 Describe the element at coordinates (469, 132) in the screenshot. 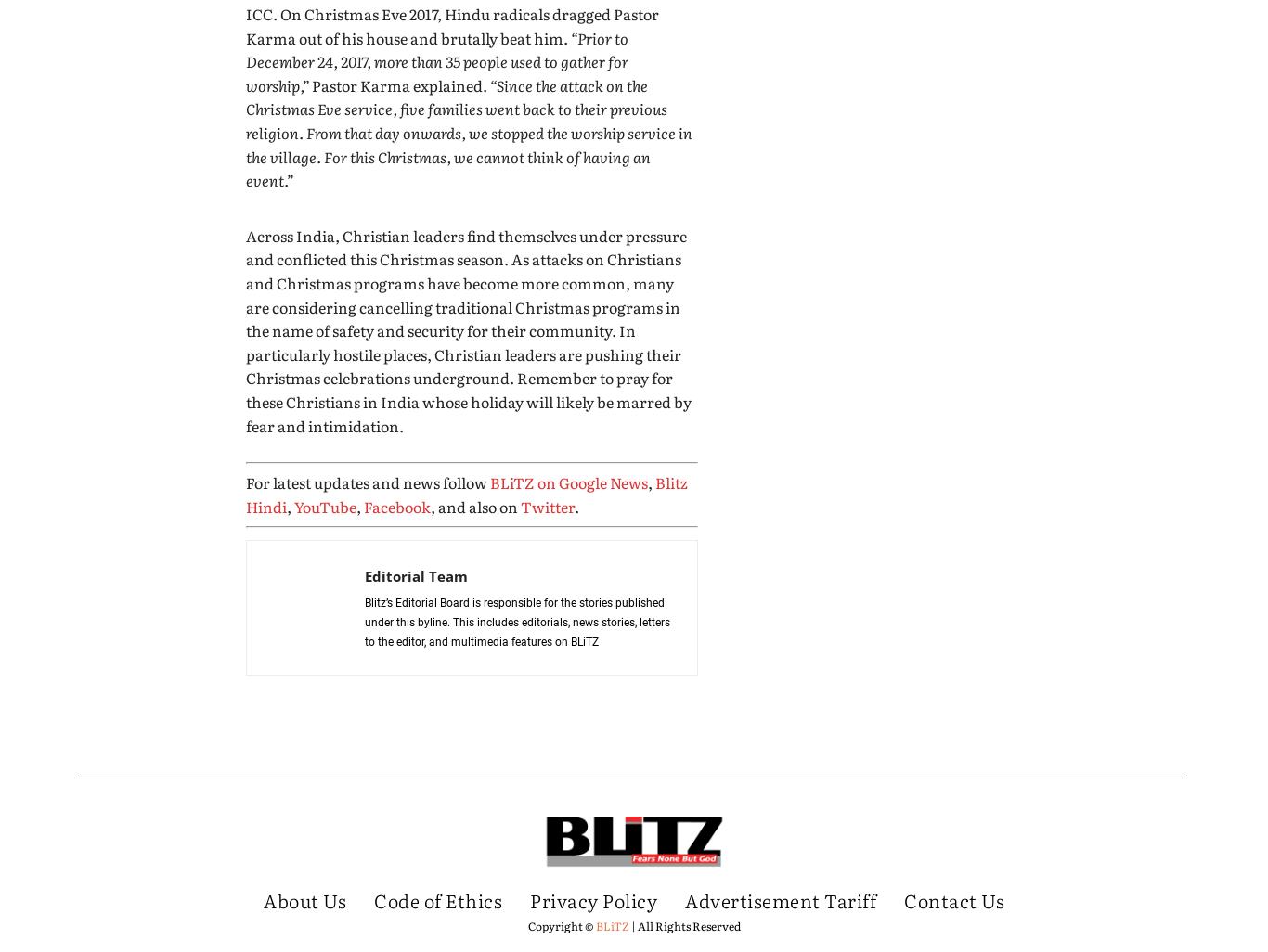

I see `'“Since the attack on the Christmas Eve service, five families went back to their previous religion. From that day onwards, we stopped the worship service in the village. For this Christmas, we cannot think of having an event.”'` at that location.